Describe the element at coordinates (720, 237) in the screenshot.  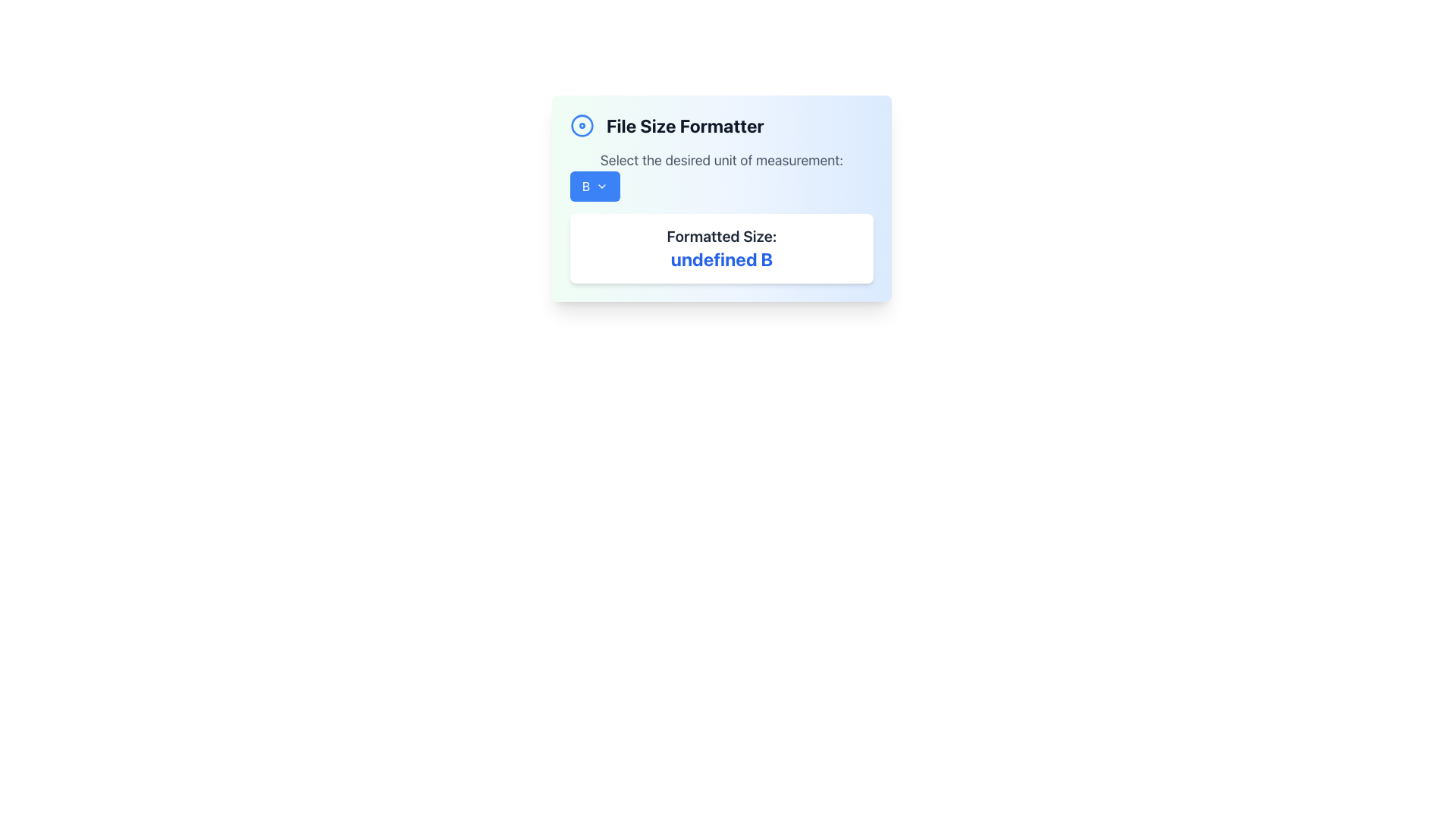
I see `the text label indicating the field or section associated with the formatted size information, which is located within a white, rounded rectangular box at the lower section of the interface` at that location.